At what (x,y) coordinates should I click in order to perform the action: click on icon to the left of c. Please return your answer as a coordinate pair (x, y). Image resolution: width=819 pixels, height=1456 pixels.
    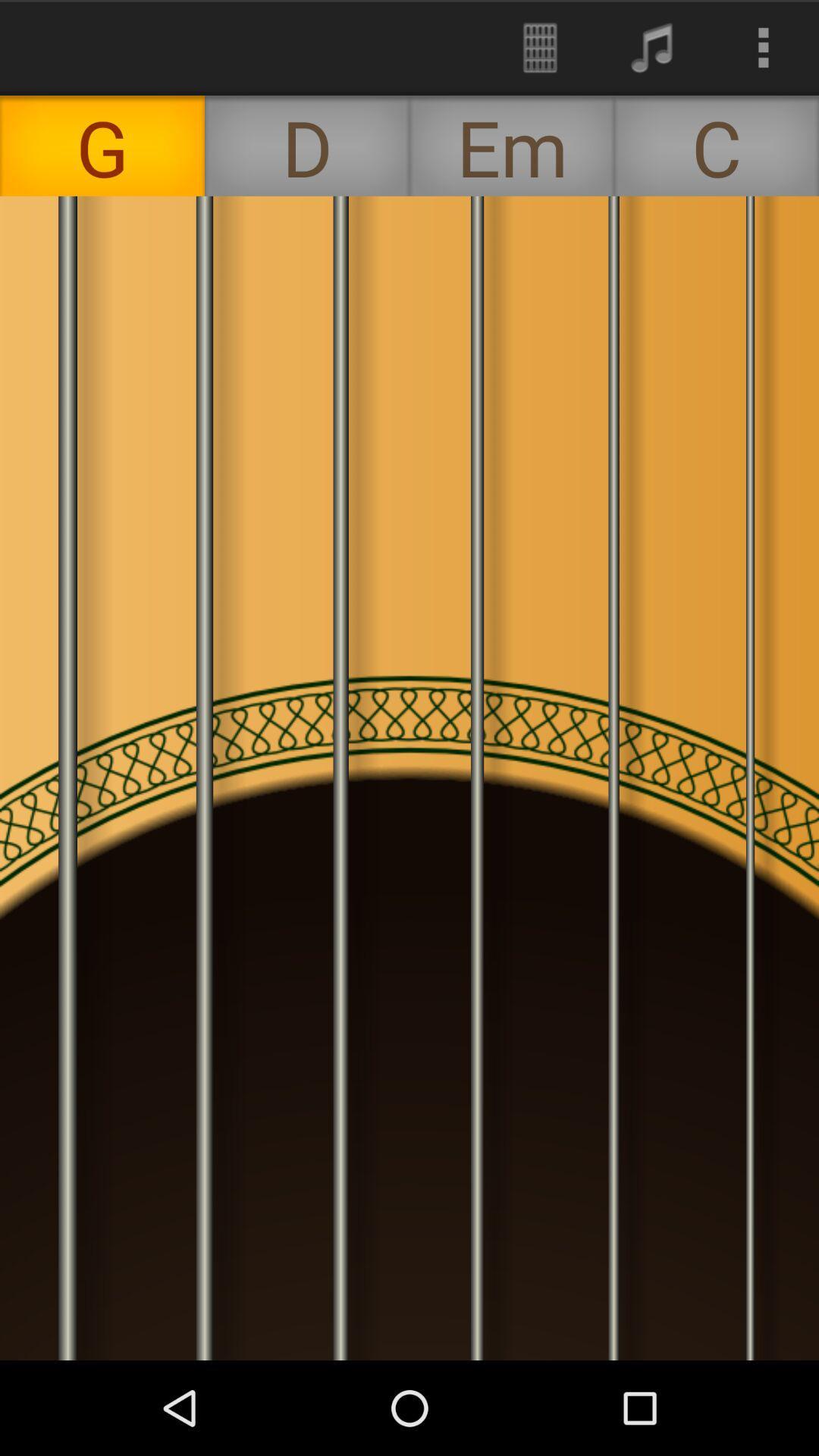
    Looking at the image, I should click on (512, 146).